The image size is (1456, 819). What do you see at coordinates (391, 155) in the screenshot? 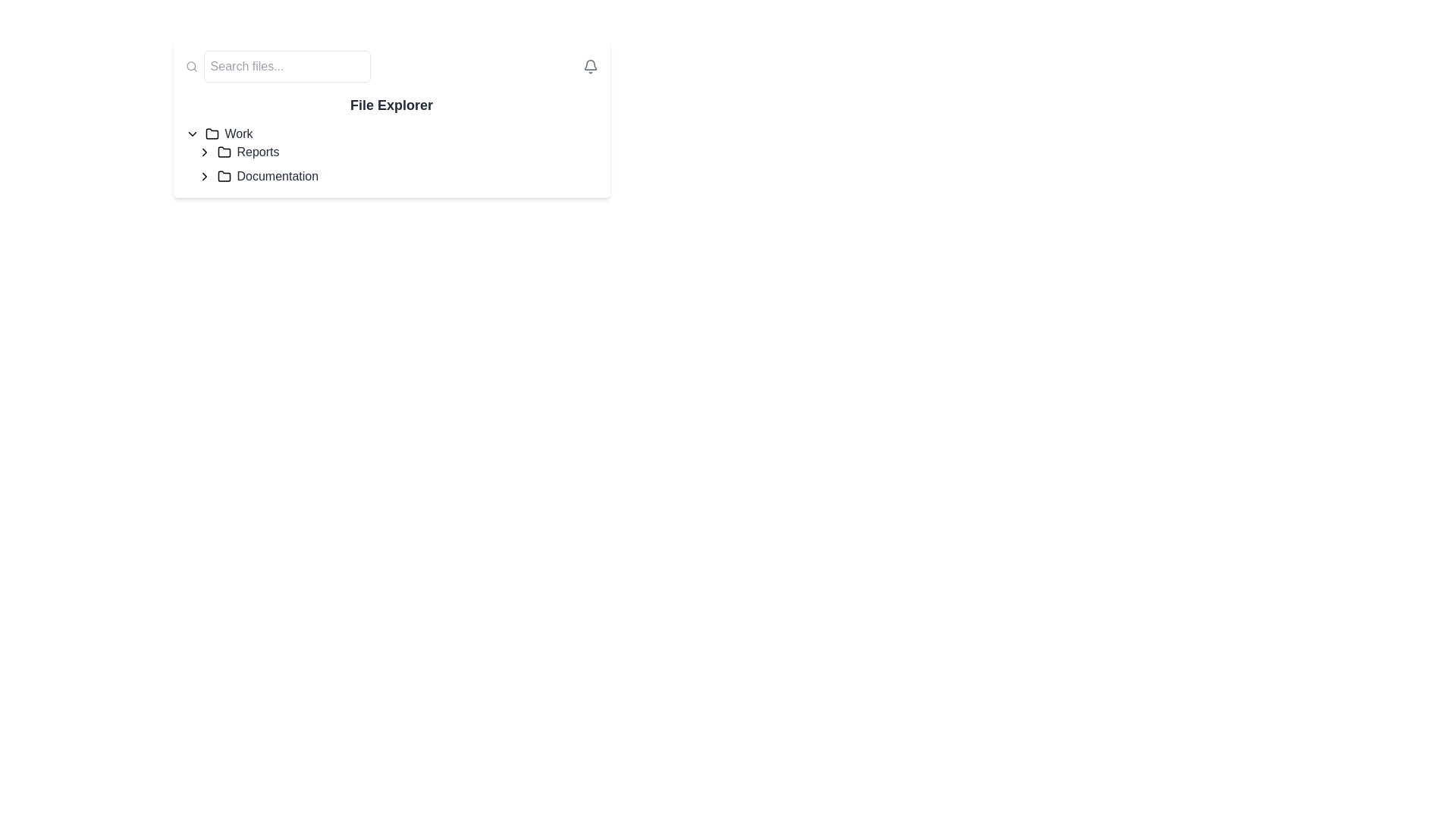
I see `the collapsible folder structure item` at bounding box center [391, 155].